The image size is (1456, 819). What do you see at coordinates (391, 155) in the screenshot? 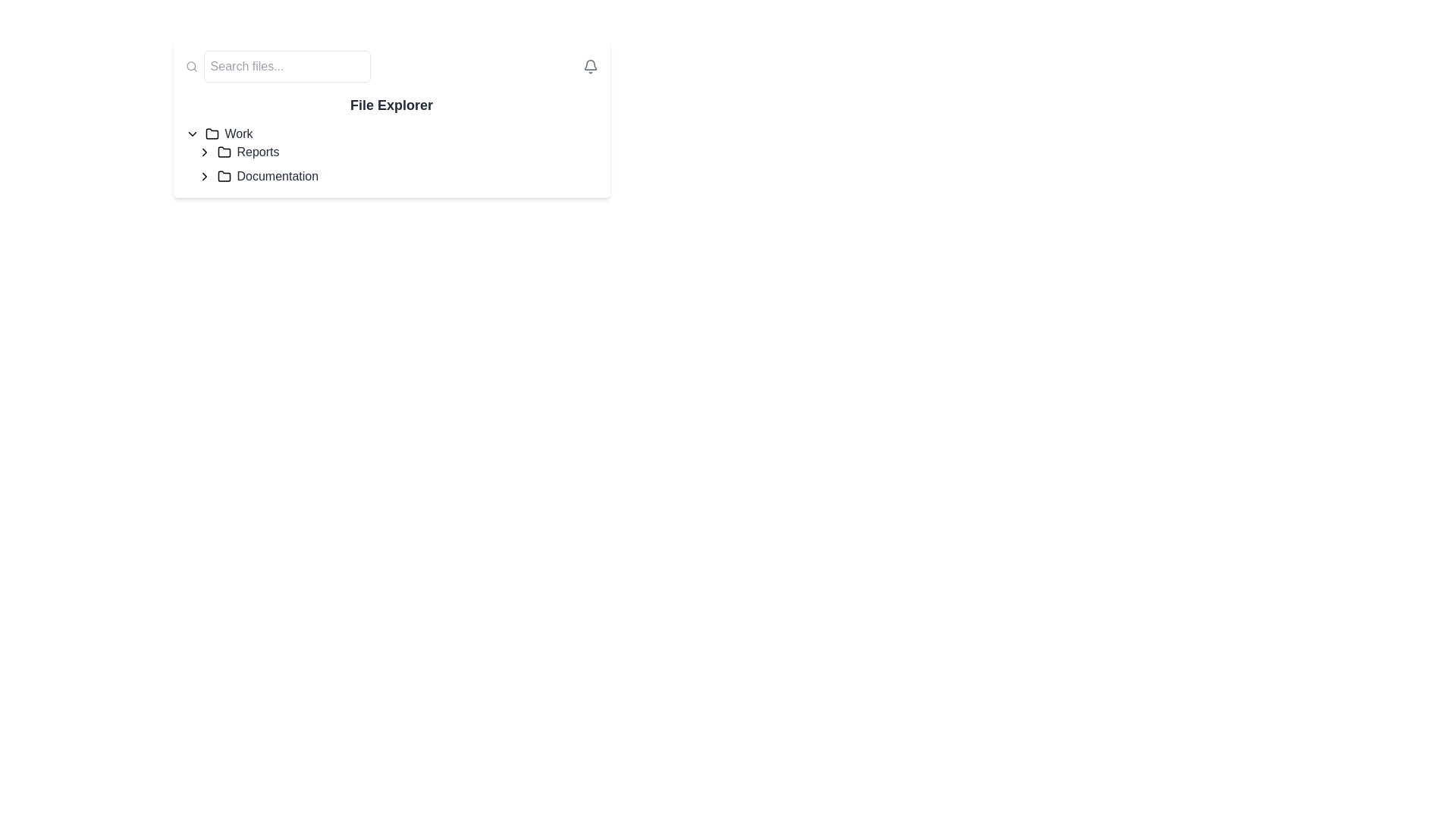
I see `the collapsible folder structure item` at bounding box center [391, 155].